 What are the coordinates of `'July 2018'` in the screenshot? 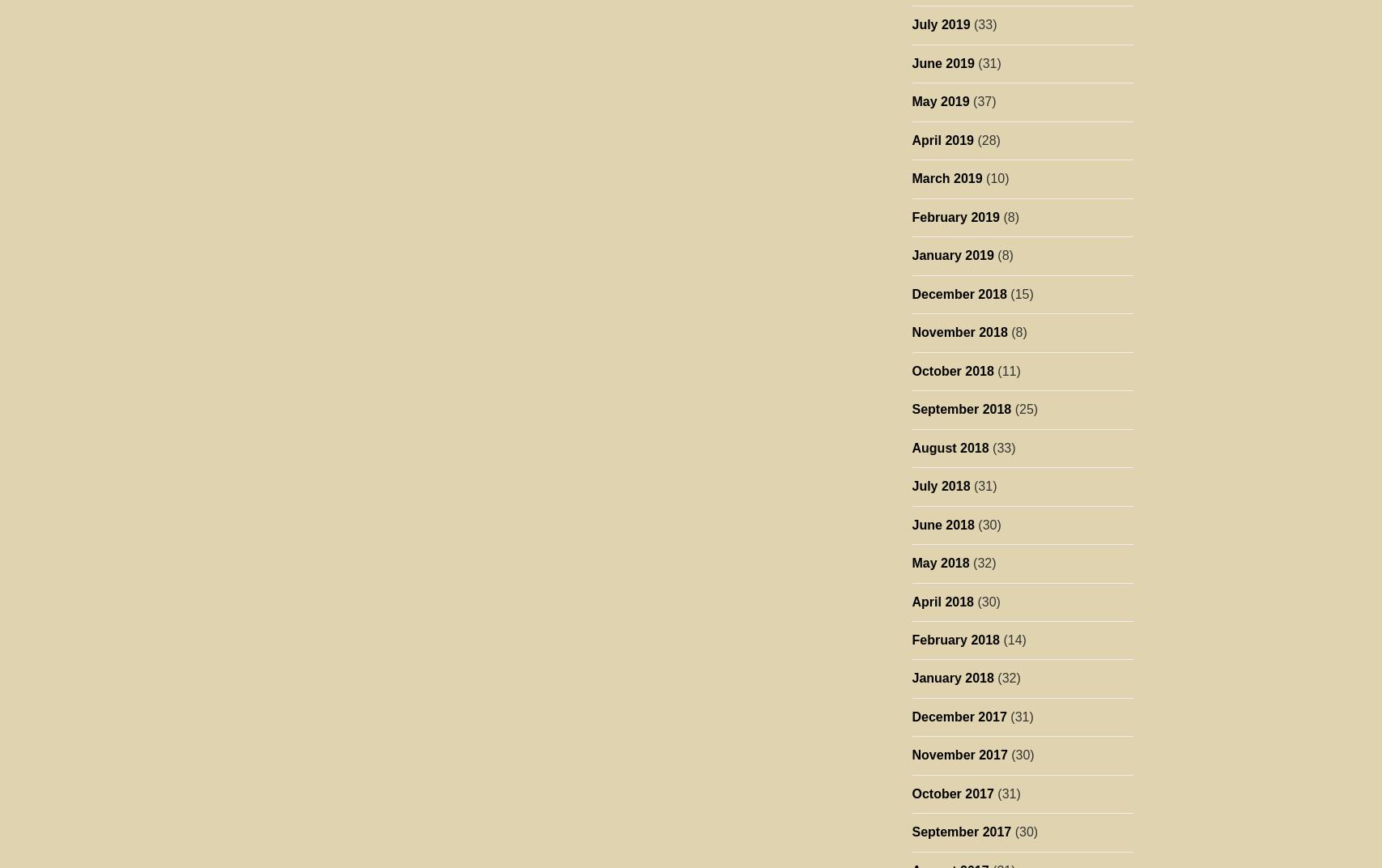 It's located at (939, 485).